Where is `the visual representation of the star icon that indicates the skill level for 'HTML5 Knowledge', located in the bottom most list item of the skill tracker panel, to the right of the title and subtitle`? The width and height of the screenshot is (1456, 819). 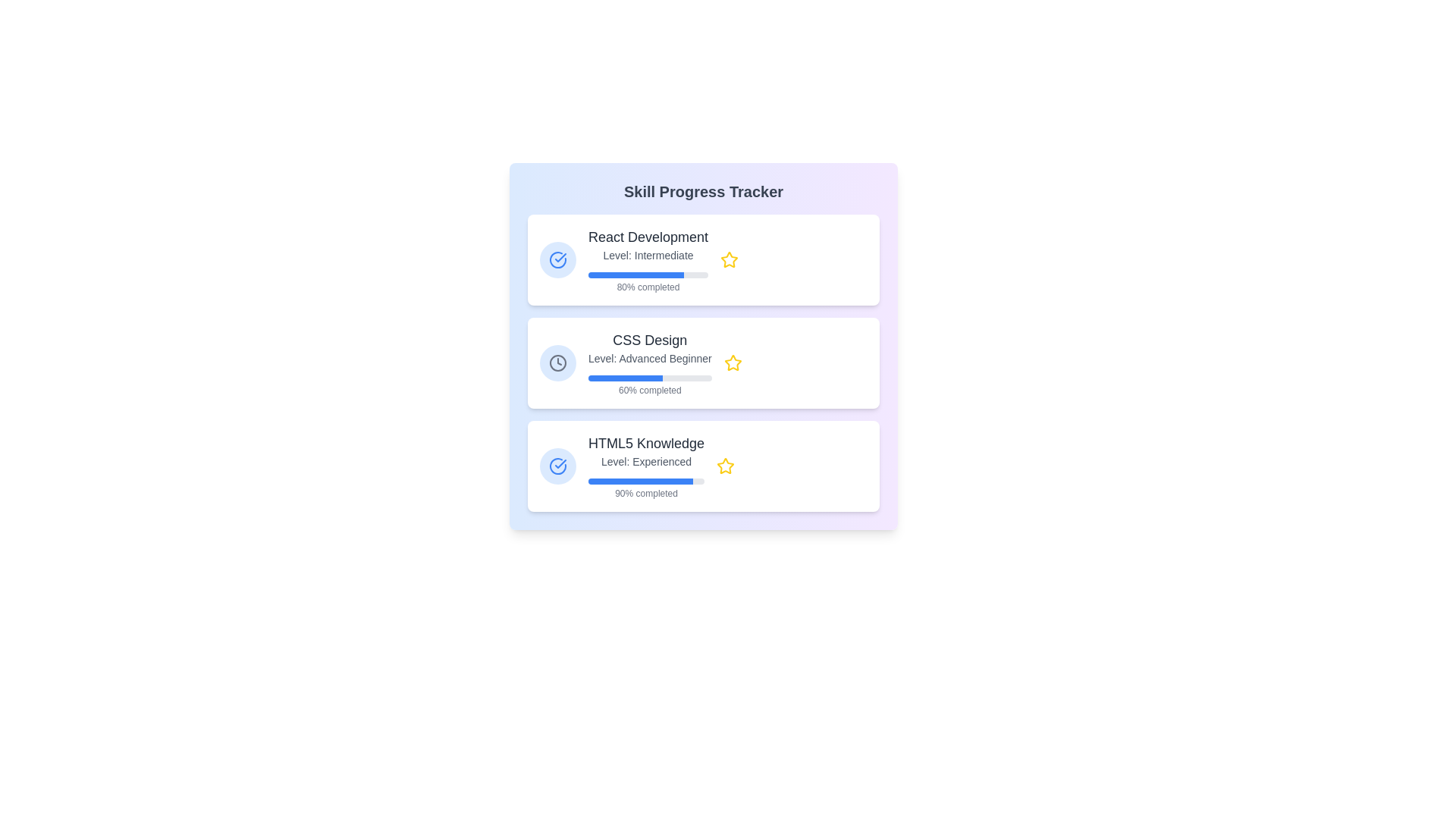 the visual representation of the star icon that indicates the skill level for 'HTML5 Knowledge', located in the bottom most list item of the skill tracker panel, to the right of the title and subtitle is located at coordinates (725, 465).